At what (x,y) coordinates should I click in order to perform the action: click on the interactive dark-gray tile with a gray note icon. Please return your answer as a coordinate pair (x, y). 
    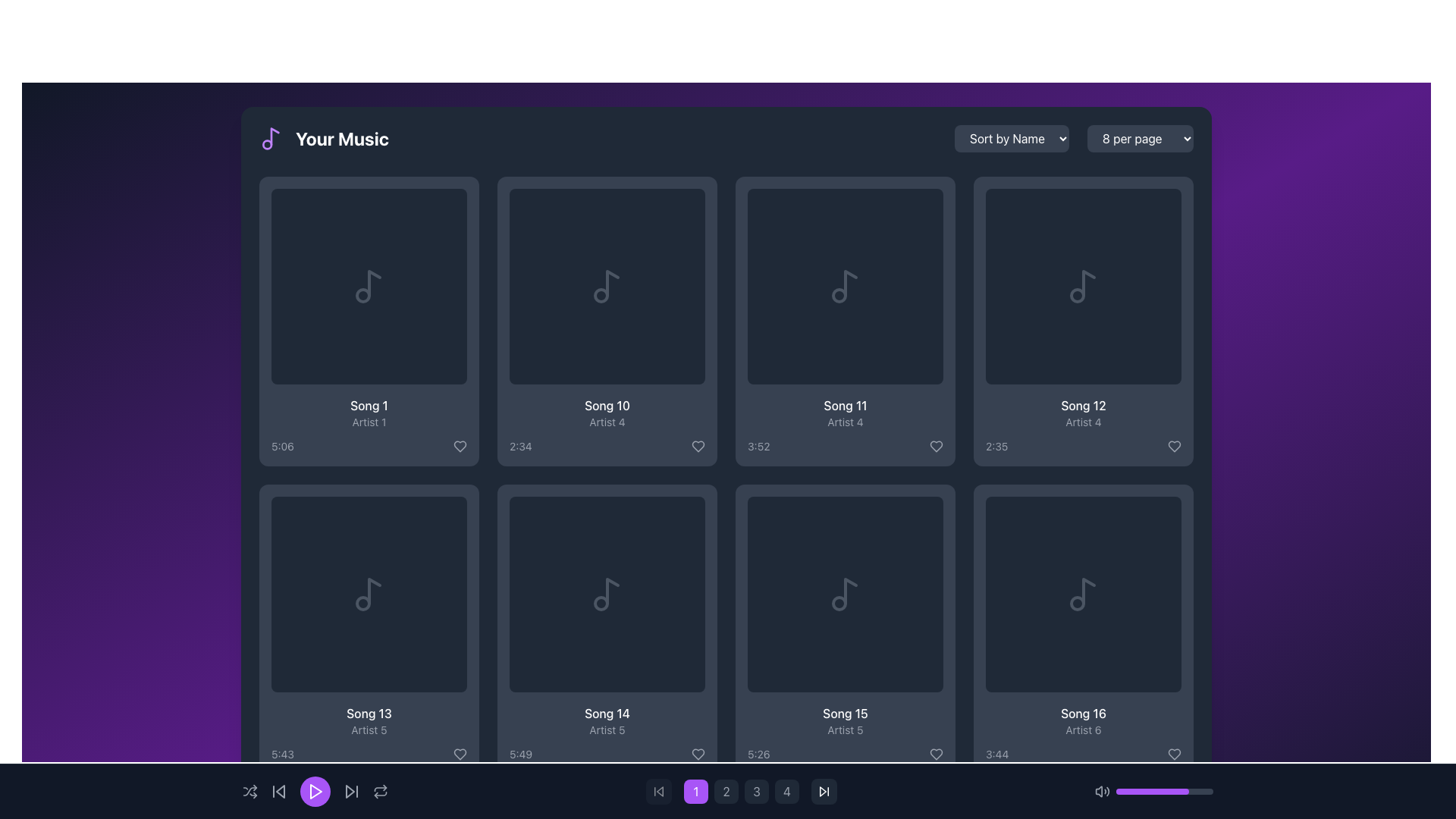
    Looking at the image, I should click on (844, 593).